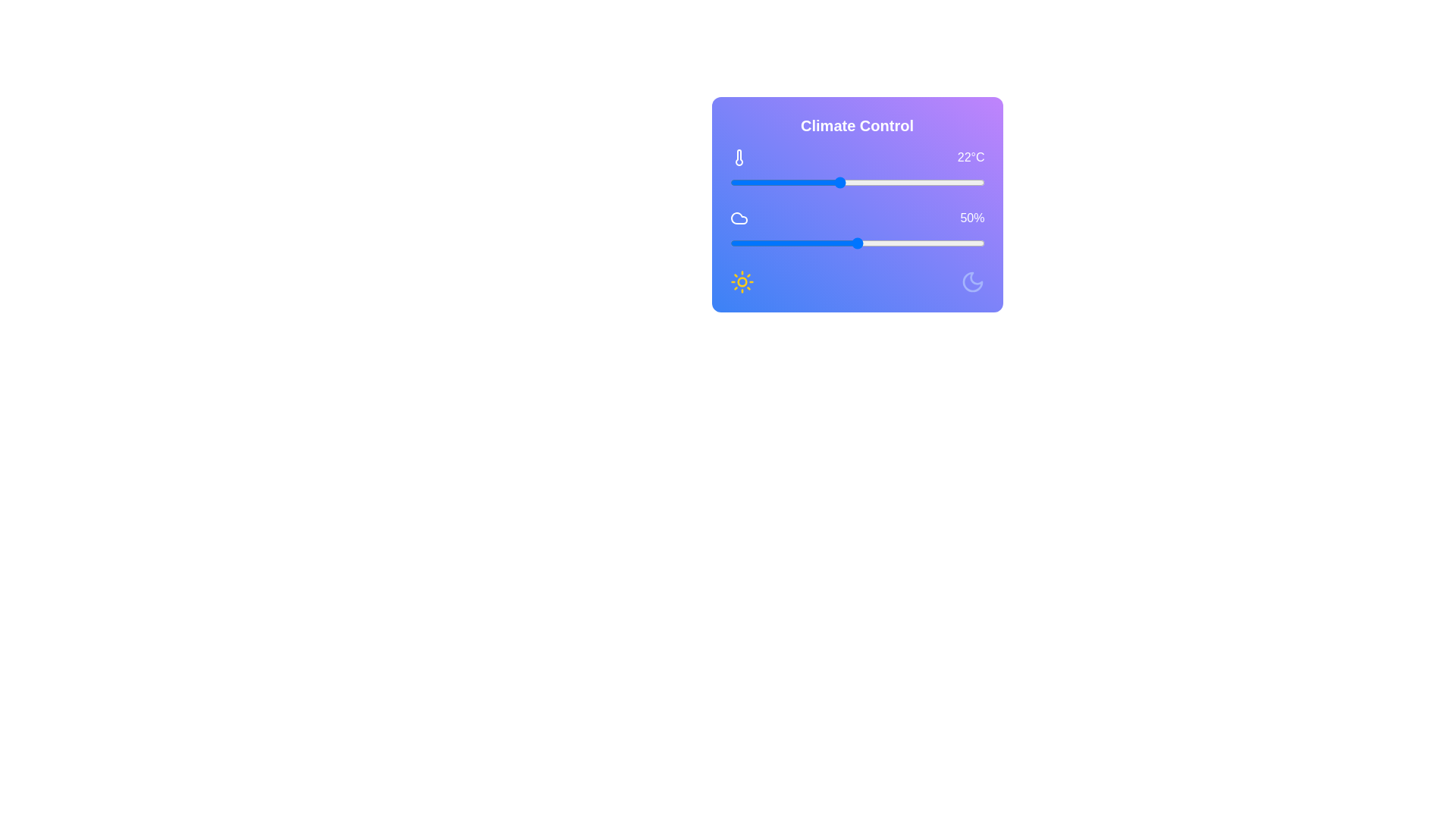 The image size is (1456, 819). What do you see at coordinates (742, 281) in the screenshot?
I see `the small yellow circular component at the center of the sun-like icon located in the lower-left corner of the 'Climate Control' panel` at bounding box center [742, 281].